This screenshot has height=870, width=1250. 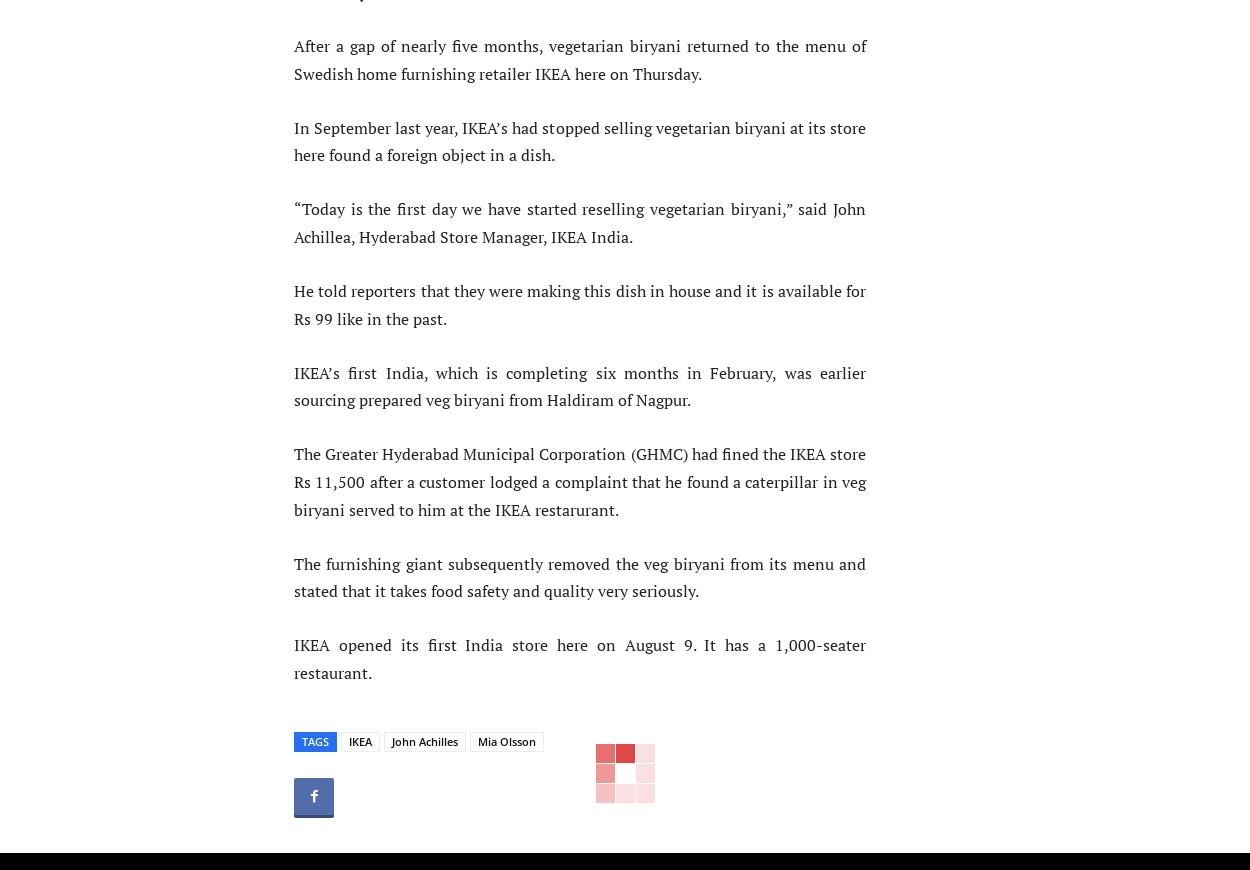 I want to click on '“Today is the first day we have started reselling vegetarian biryani,” said John Achillea, Hyderabad Store Manager, IKEA India.', so click(x=579, y=222).